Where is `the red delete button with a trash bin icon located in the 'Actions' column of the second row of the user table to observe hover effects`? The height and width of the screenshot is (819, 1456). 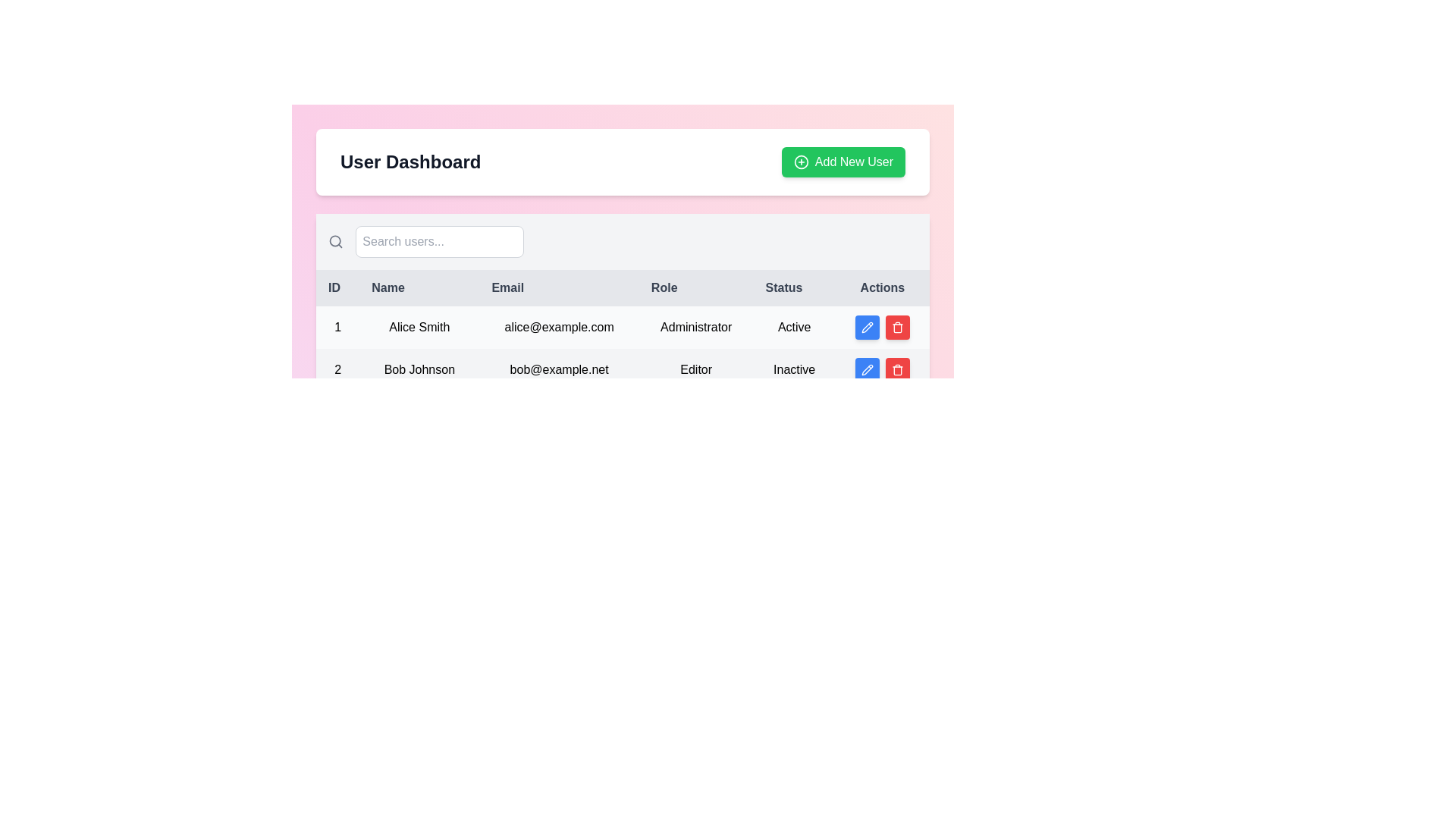 the red delete button with a trash bin icon located in the 'Actions' column of the second row of the user table to observe hover effects is located at coordinates (897, 370).